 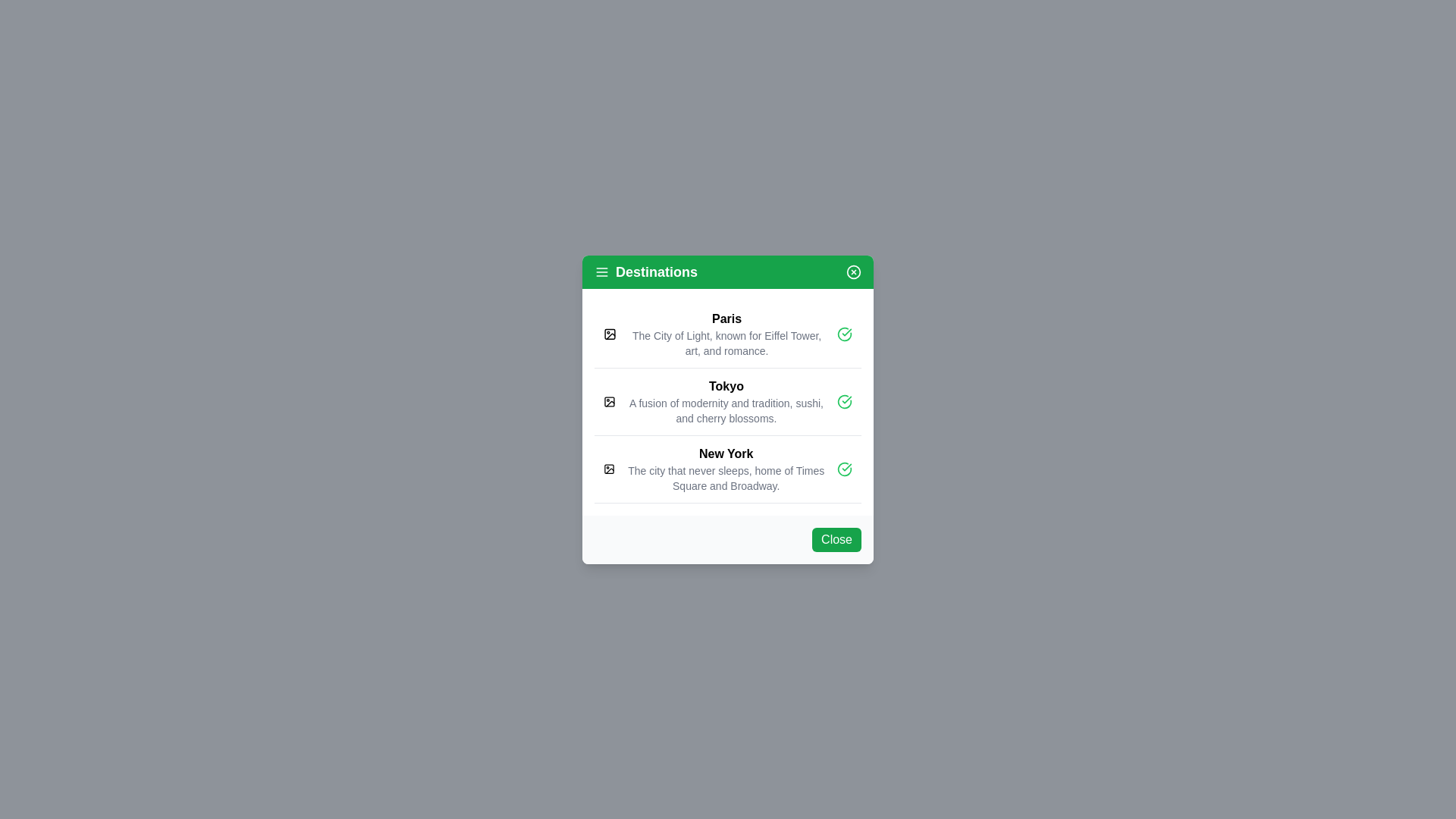 What do you see at coordinates (728, 468) in the screenshot?
I see `the bold title text reading 'New York' in the third list item of the vertical list within the modal window` at bounding box center [728, 468].